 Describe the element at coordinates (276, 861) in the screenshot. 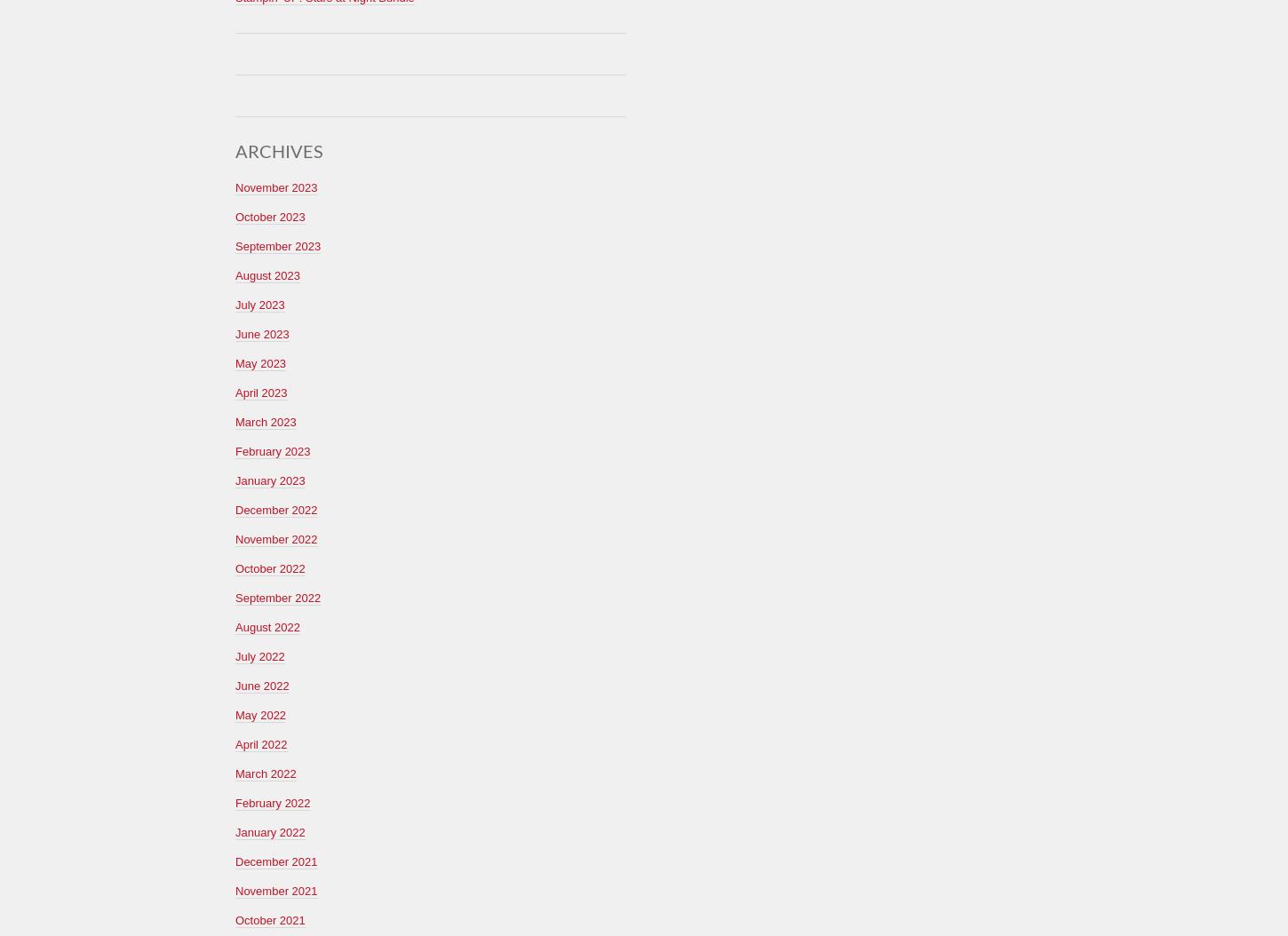

I see `'December 2021'` at that location.